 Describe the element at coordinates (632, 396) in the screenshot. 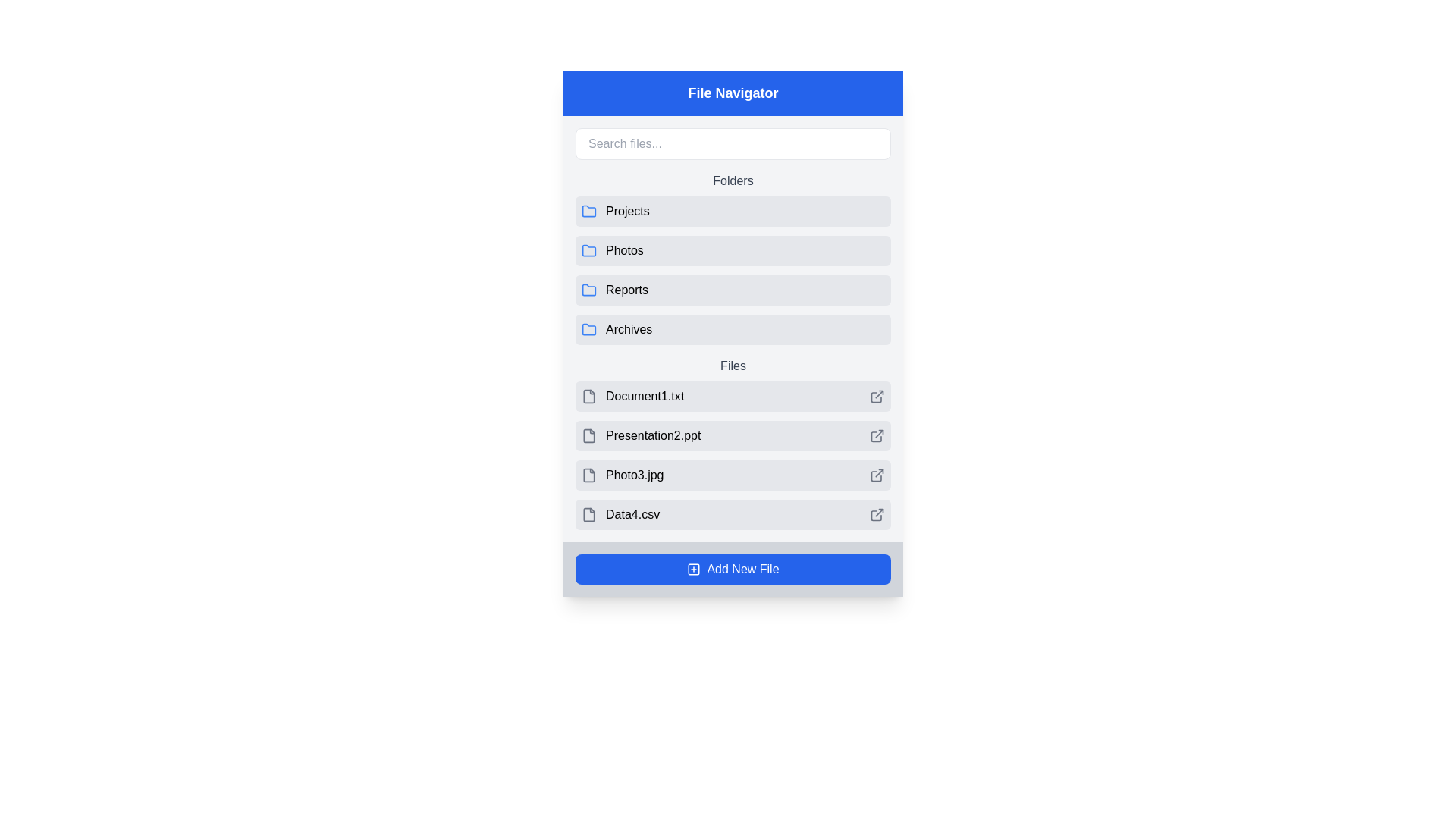

I see `the file entry labeled 'Document1.txt' in the file navigator interface` at that location.